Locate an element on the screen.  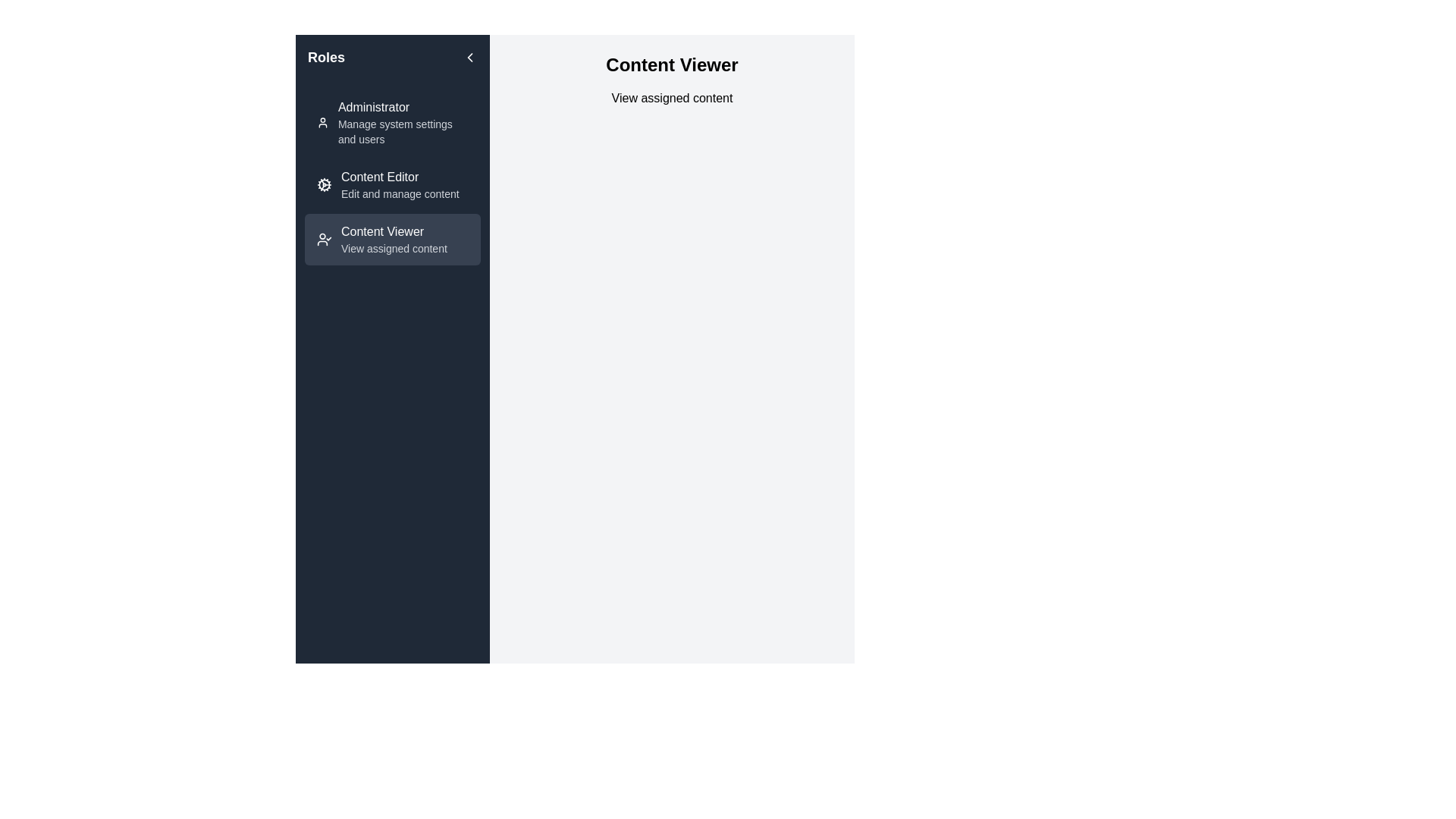
the 'Content Editor' text label, which is rendered in medium-weight font and is positioned is located at coordinates (400, 177).